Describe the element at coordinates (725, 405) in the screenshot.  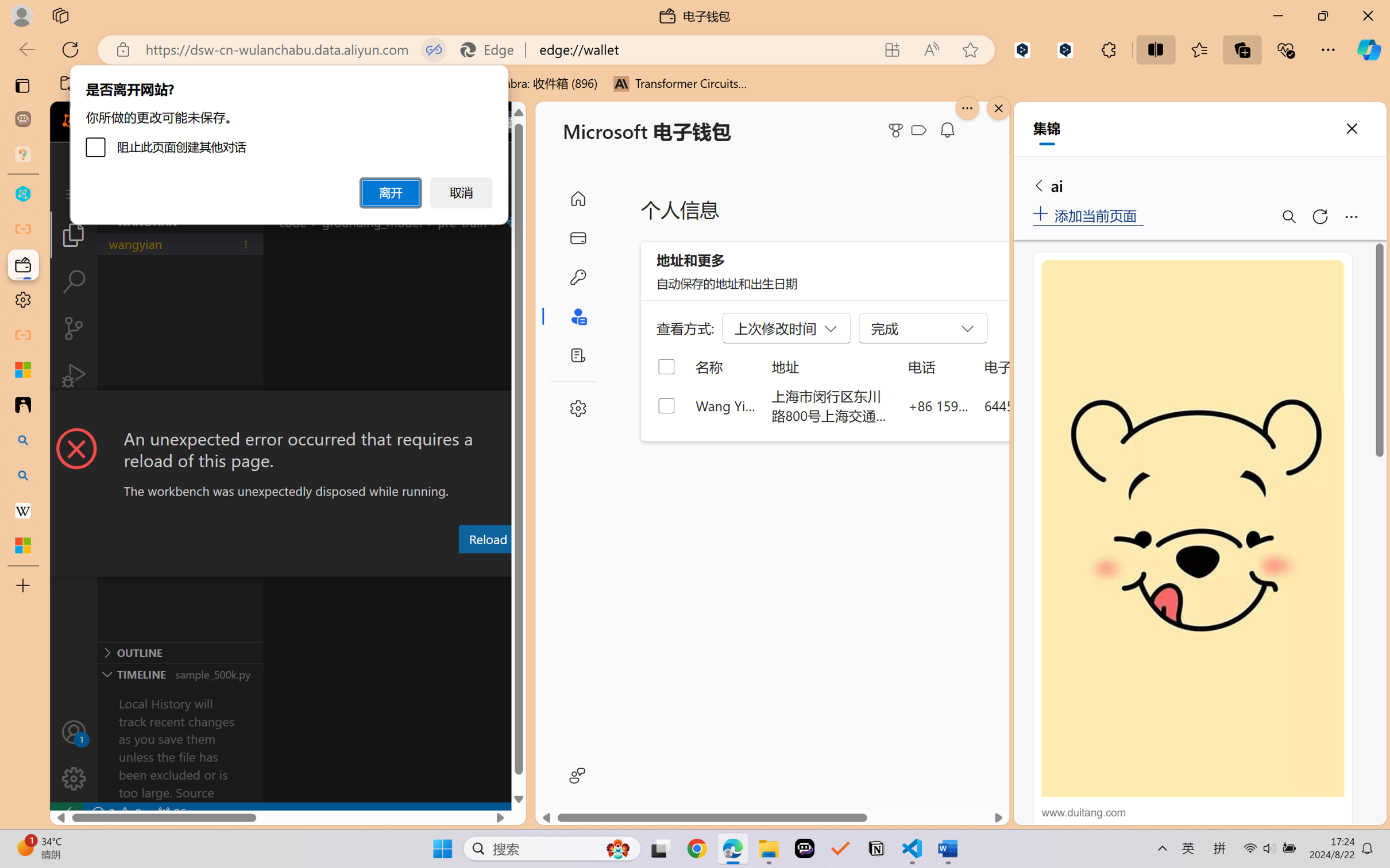
I see `'Wang Yian'` at that location.